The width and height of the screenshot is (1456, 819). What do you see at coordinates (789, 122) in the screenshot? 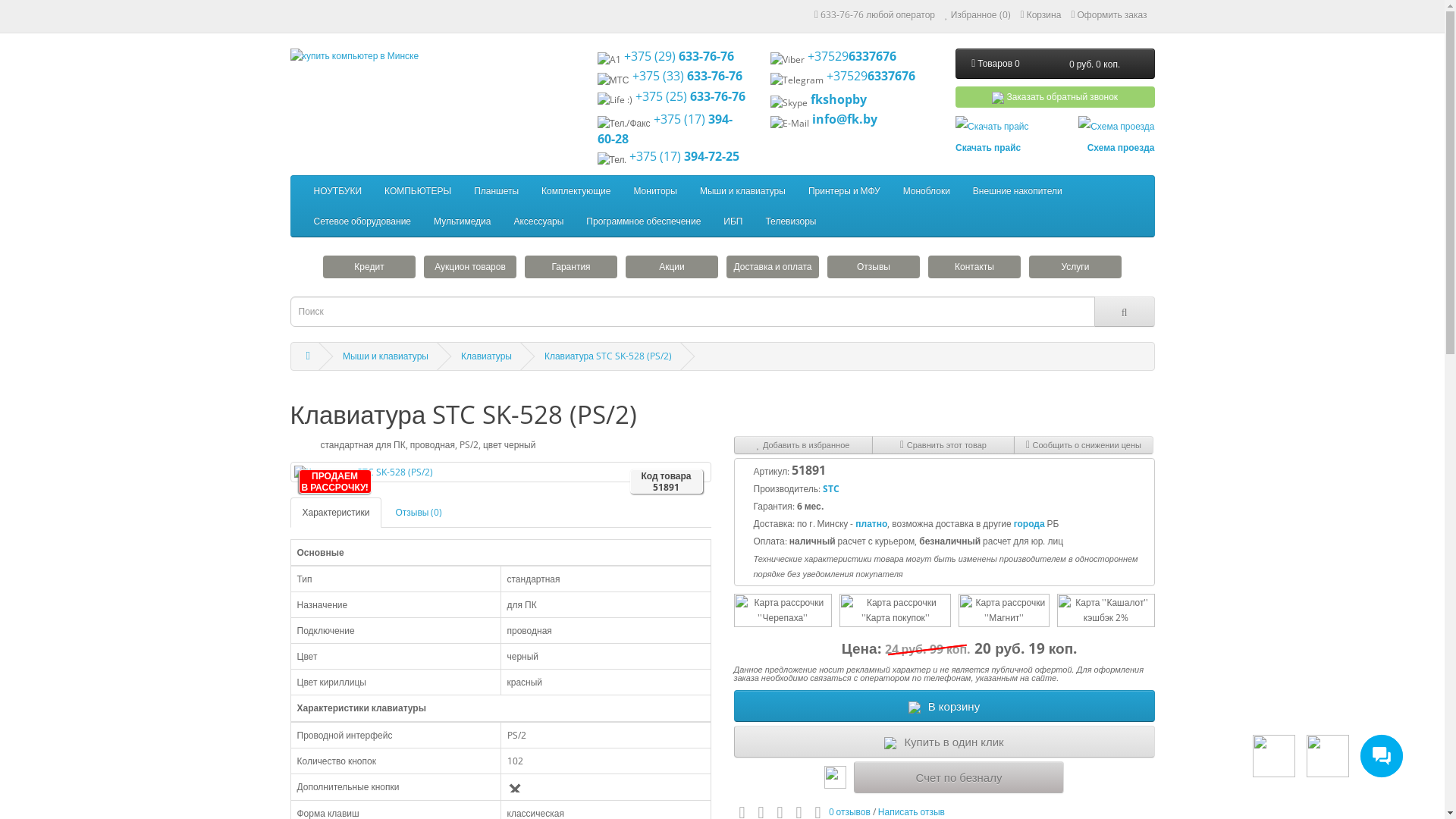
I see `'E-Mail'` at bounding box center [789, 122].